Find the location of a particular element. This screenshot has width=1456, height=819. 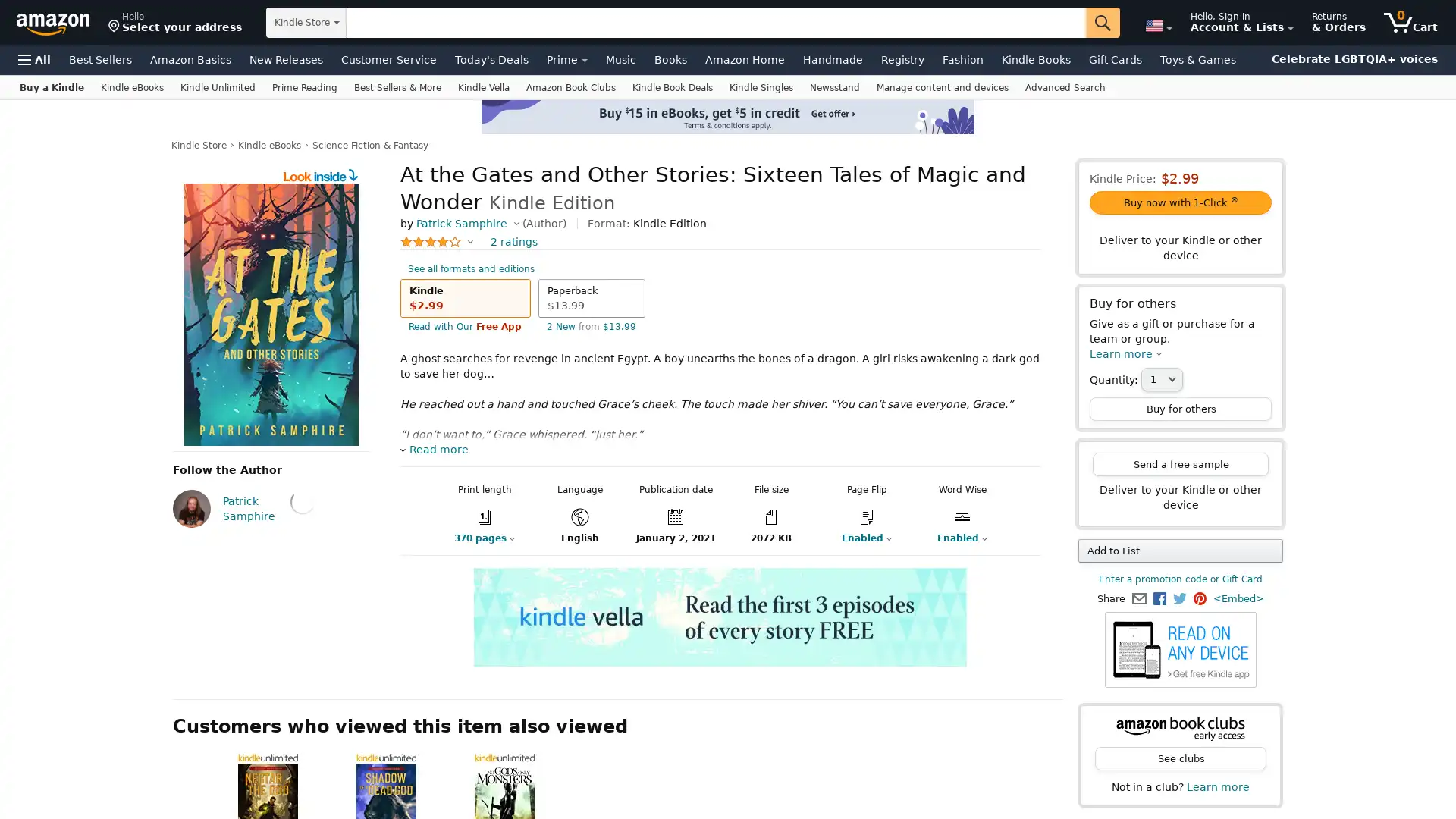

Learn more is located at coordinates (1125, 353).